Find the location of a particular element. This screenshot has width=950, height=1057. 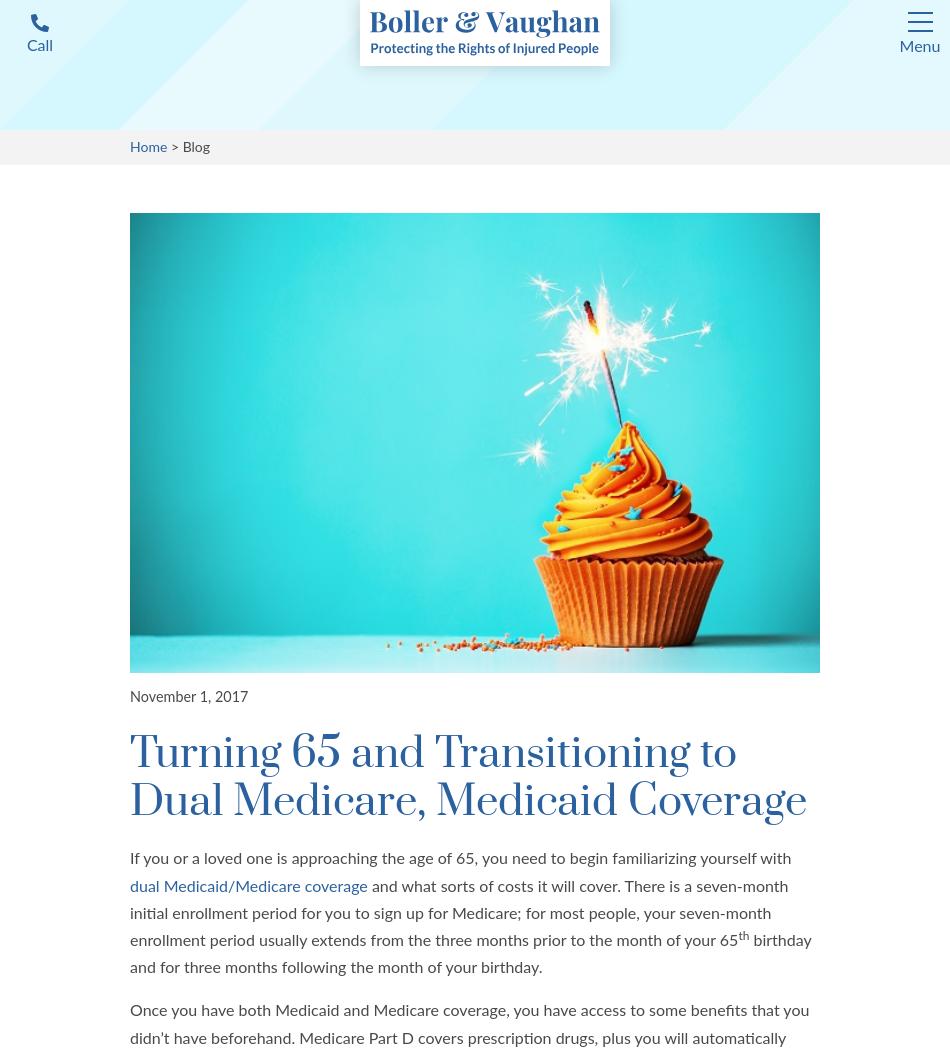

'dual Medicaid/Medicare coverage' is located at coordinates (247, 884).